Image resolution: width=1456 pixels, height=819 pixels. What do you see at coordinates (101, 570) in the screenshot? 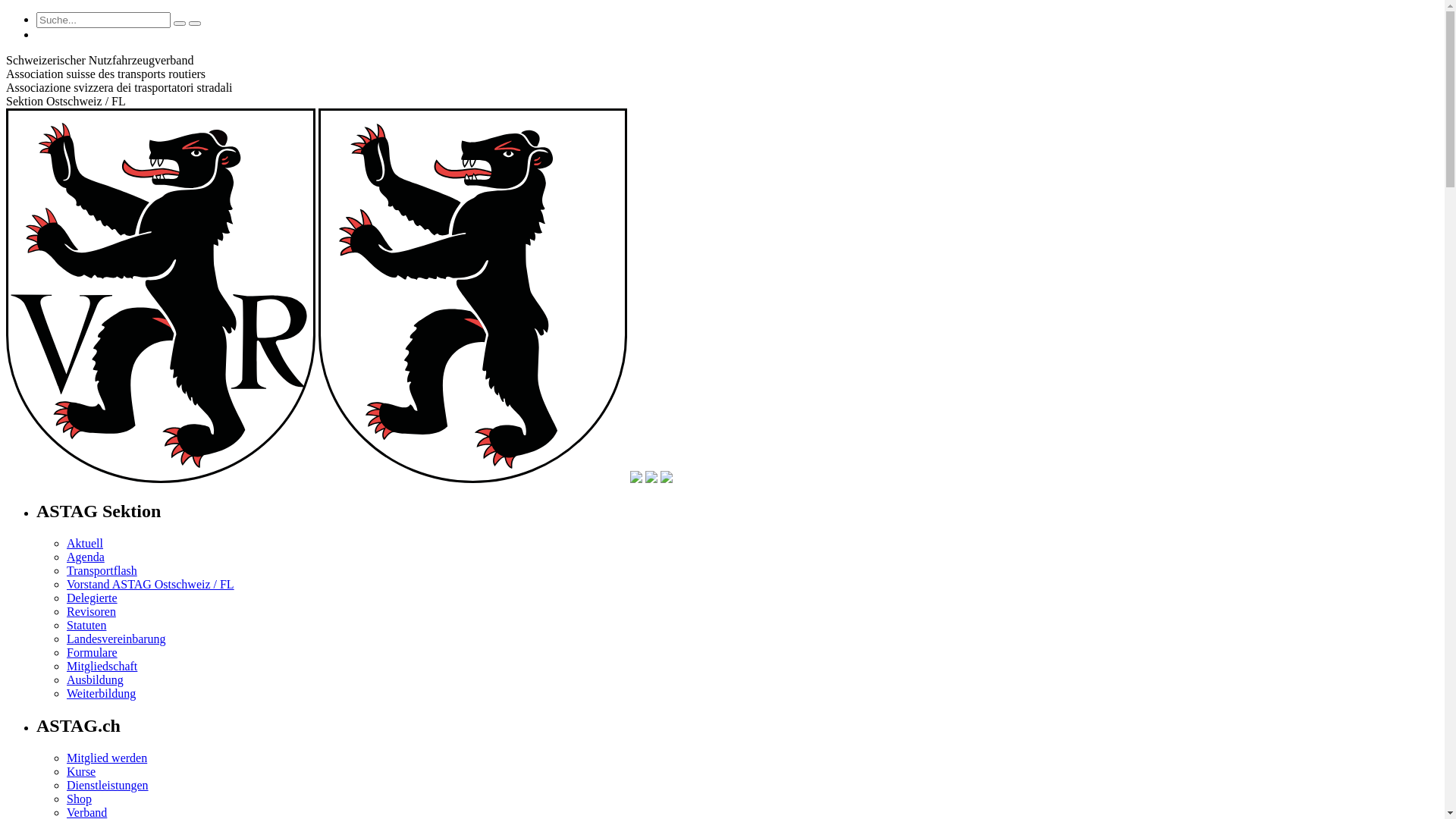
I see `'Transportflash'` at bounding box center [101, 570].